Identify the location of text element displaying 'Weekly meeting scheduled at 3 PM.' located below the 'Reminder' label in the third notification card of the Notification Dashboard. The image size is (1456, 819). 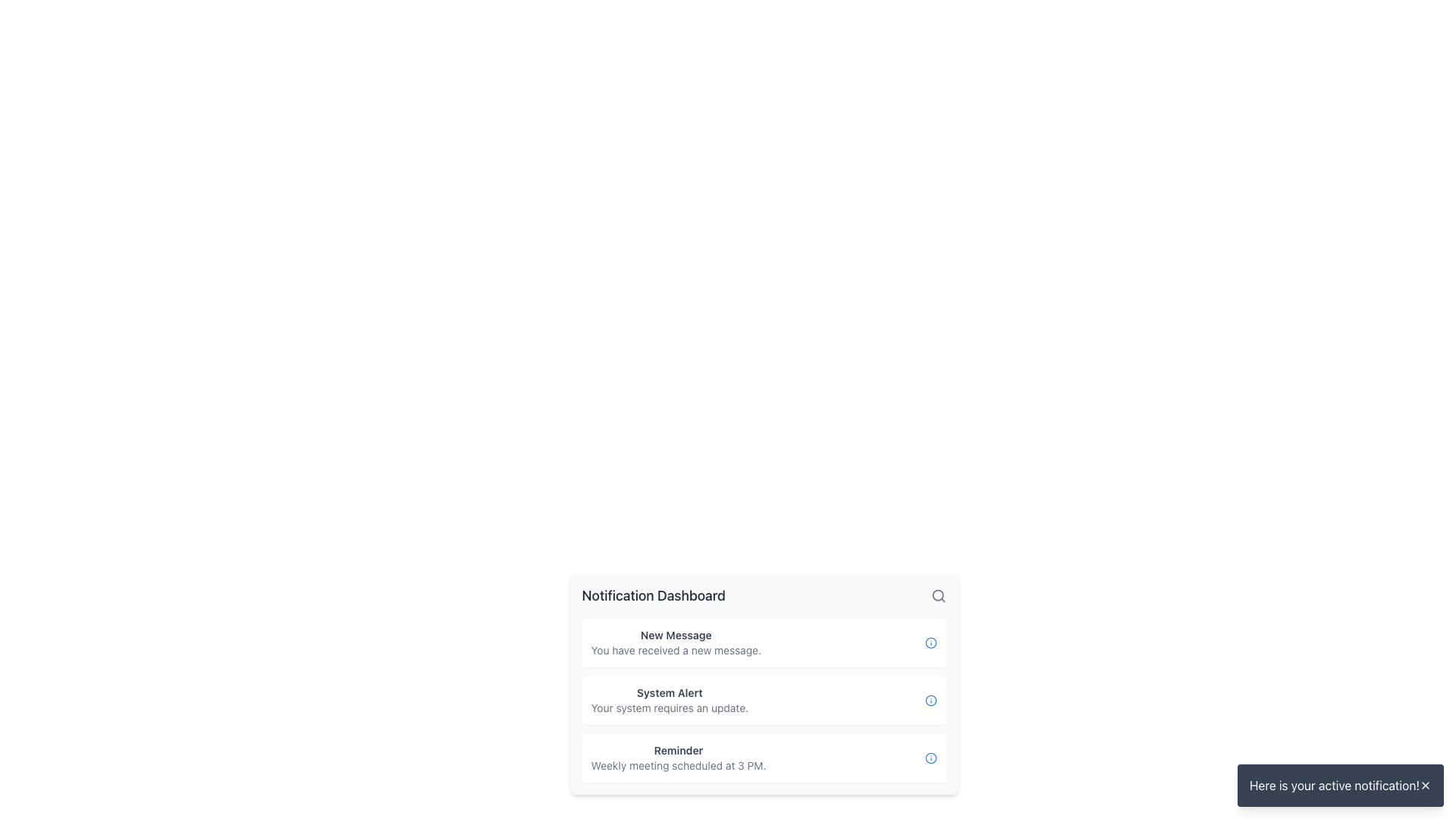
(677, 766).